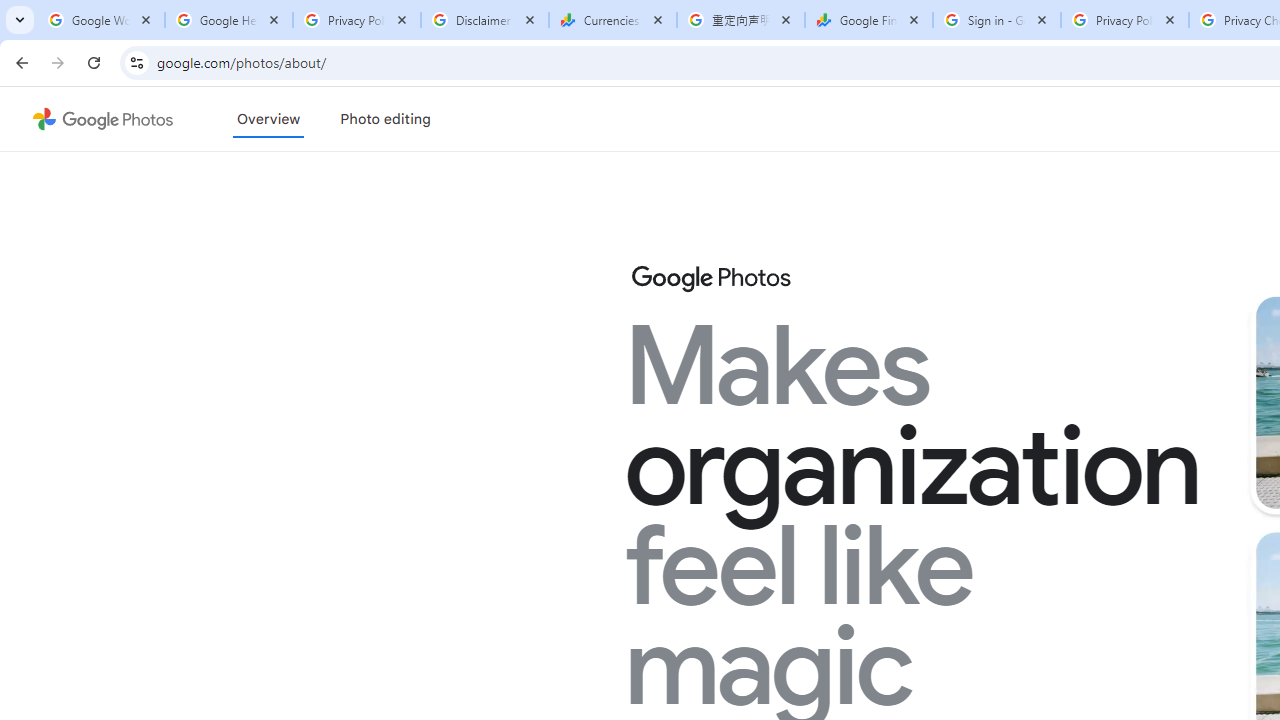  What do you see at coordinates (997, 20) in the screenshot?
I see `'Sign in - Google Accounts'` at bounding box center [997, 20].